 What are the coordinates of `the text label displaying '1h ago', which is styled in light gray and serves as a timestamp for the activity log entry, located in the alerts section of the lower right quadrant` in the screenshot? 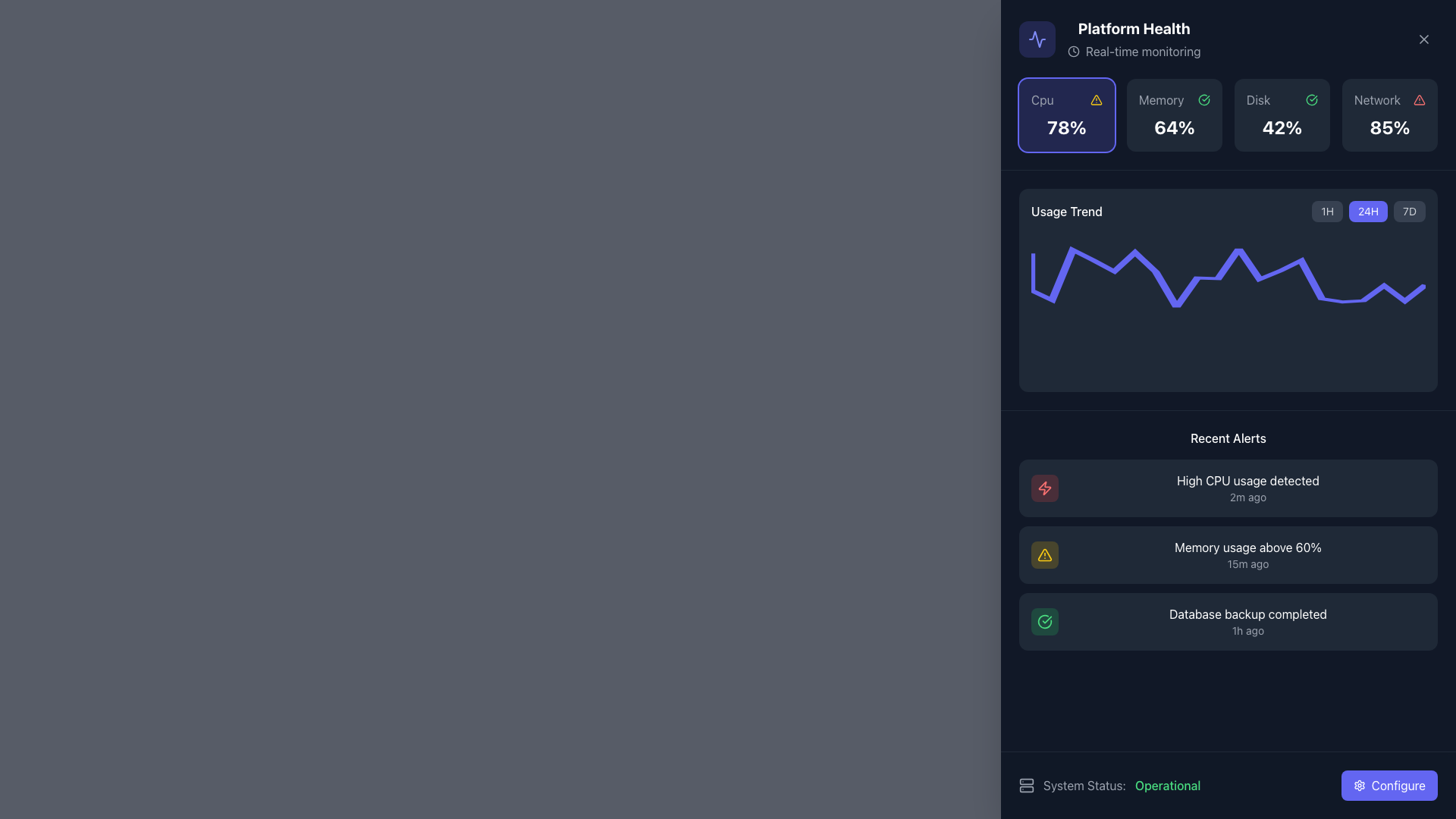 It's located at (1248, 631).